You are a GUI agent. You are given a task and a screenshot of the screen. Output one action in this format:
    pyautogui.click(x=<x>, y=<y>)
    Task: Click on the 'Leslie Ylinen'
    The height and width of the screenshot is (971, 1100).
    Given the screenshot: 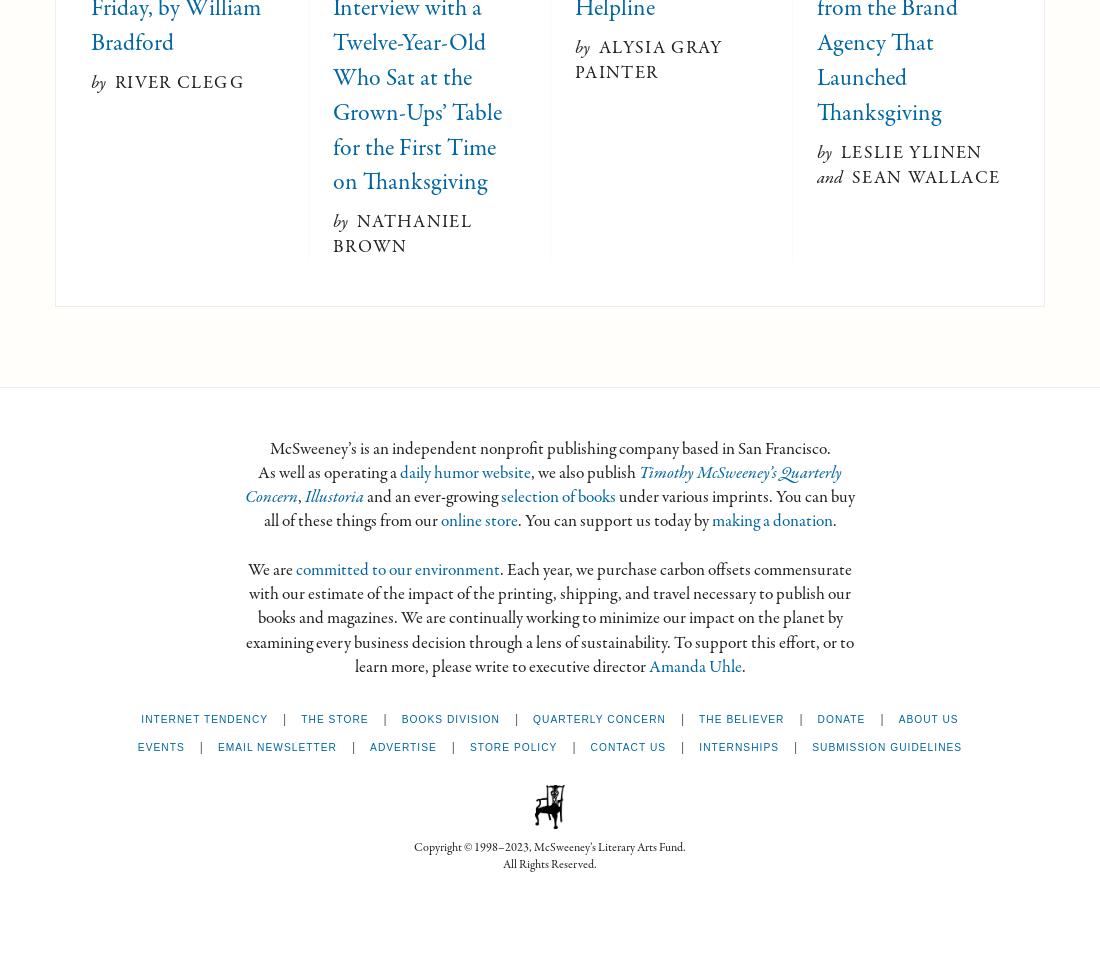 What is the action you would take?
    pyautogui.click(x=911, y=152)
    